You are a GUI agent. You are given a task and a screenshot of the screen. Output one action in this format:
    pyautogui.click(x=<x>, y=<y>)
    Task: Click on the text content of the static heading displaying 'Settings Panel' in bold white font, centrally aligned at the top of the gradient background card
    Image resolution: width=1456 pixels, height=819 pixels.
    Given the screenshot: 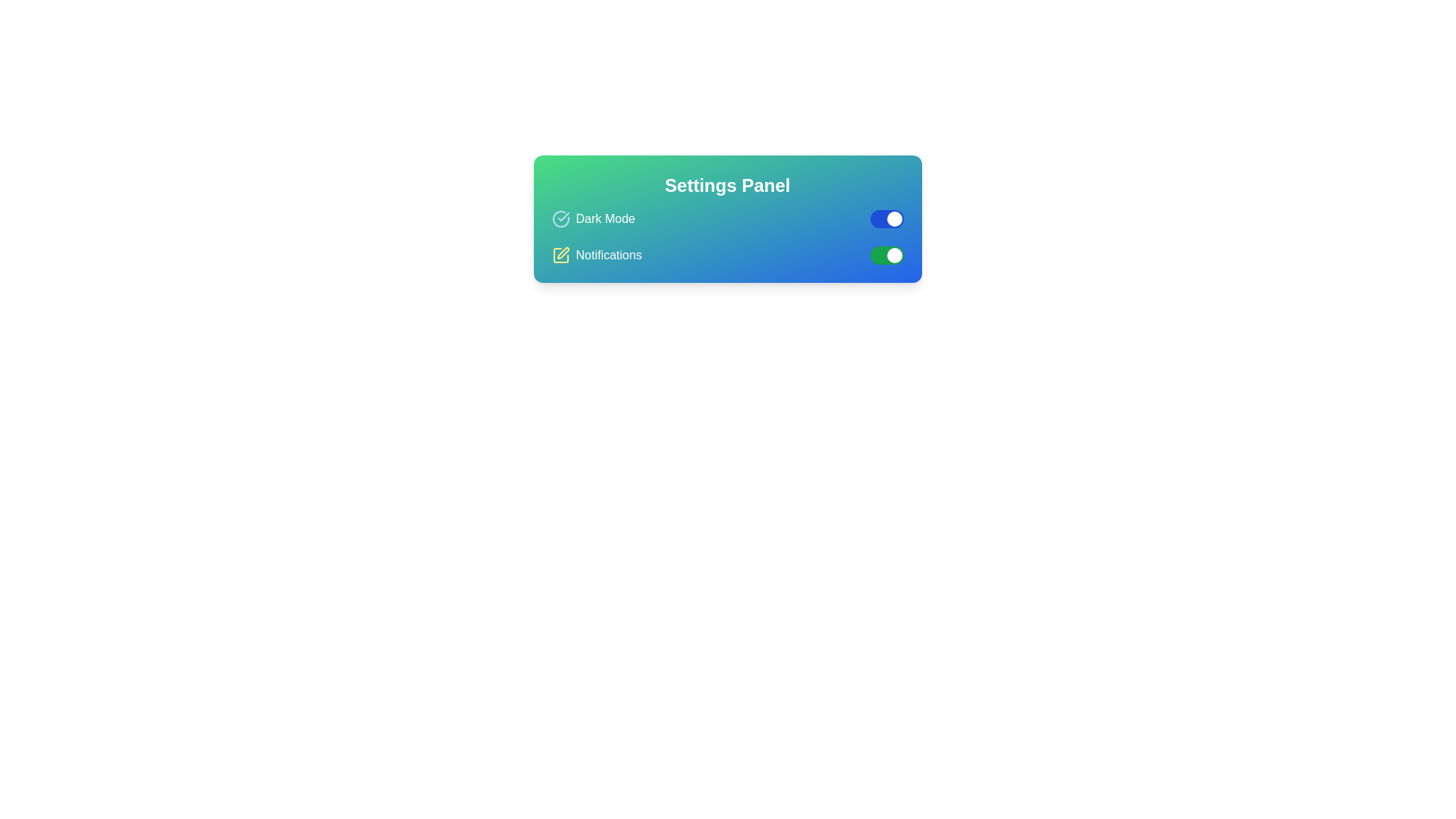 What is the action you would take?
    pyautogui.click(x=726, y=185)
    